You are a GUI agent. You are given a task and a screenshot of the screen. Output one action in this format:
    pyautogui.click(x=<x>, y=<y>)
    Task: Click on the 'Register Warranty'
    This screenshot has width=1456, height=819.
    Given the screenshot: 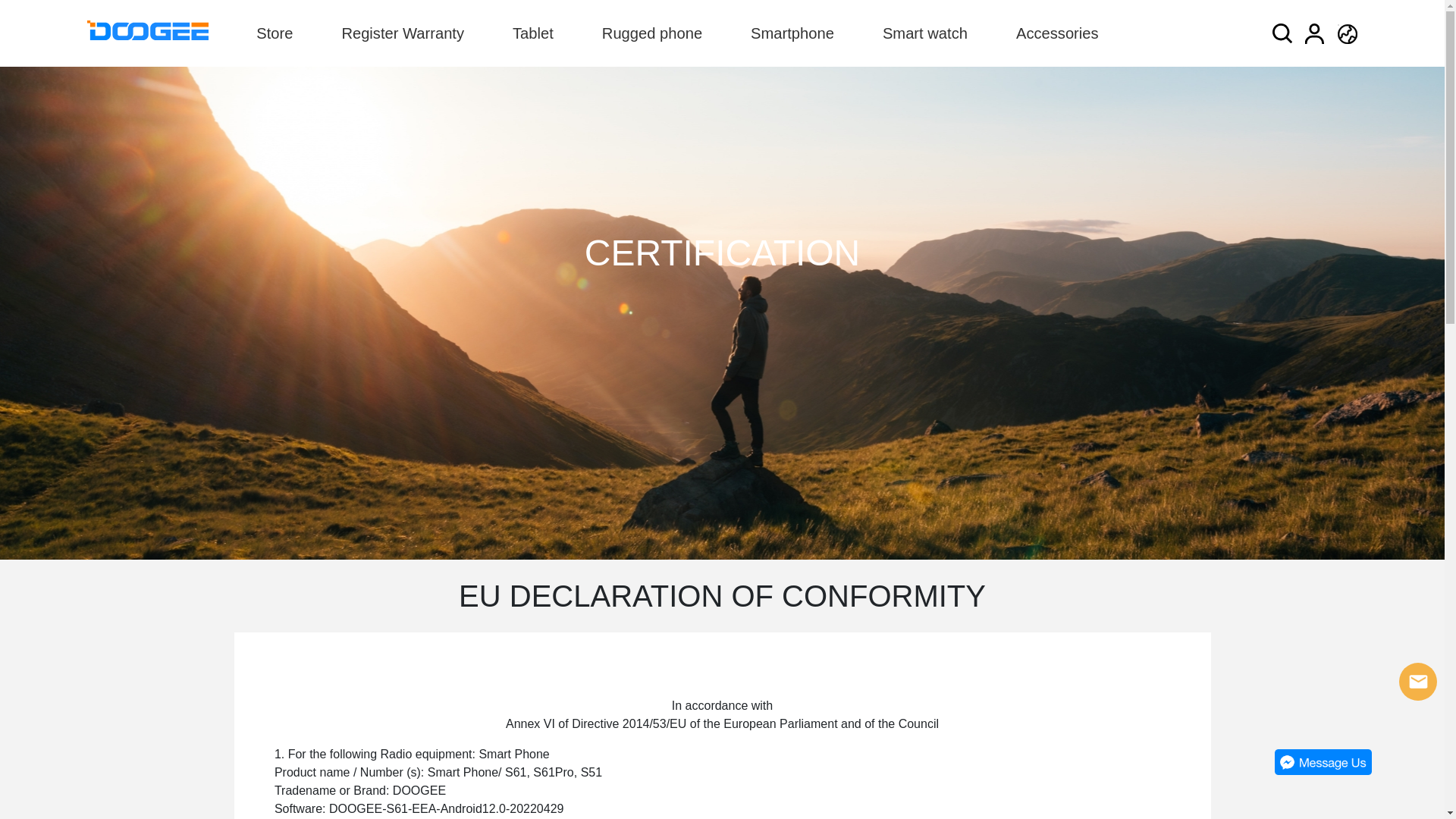 What is the action you would take?
    pyautogui.click(x=403, y=33)
    